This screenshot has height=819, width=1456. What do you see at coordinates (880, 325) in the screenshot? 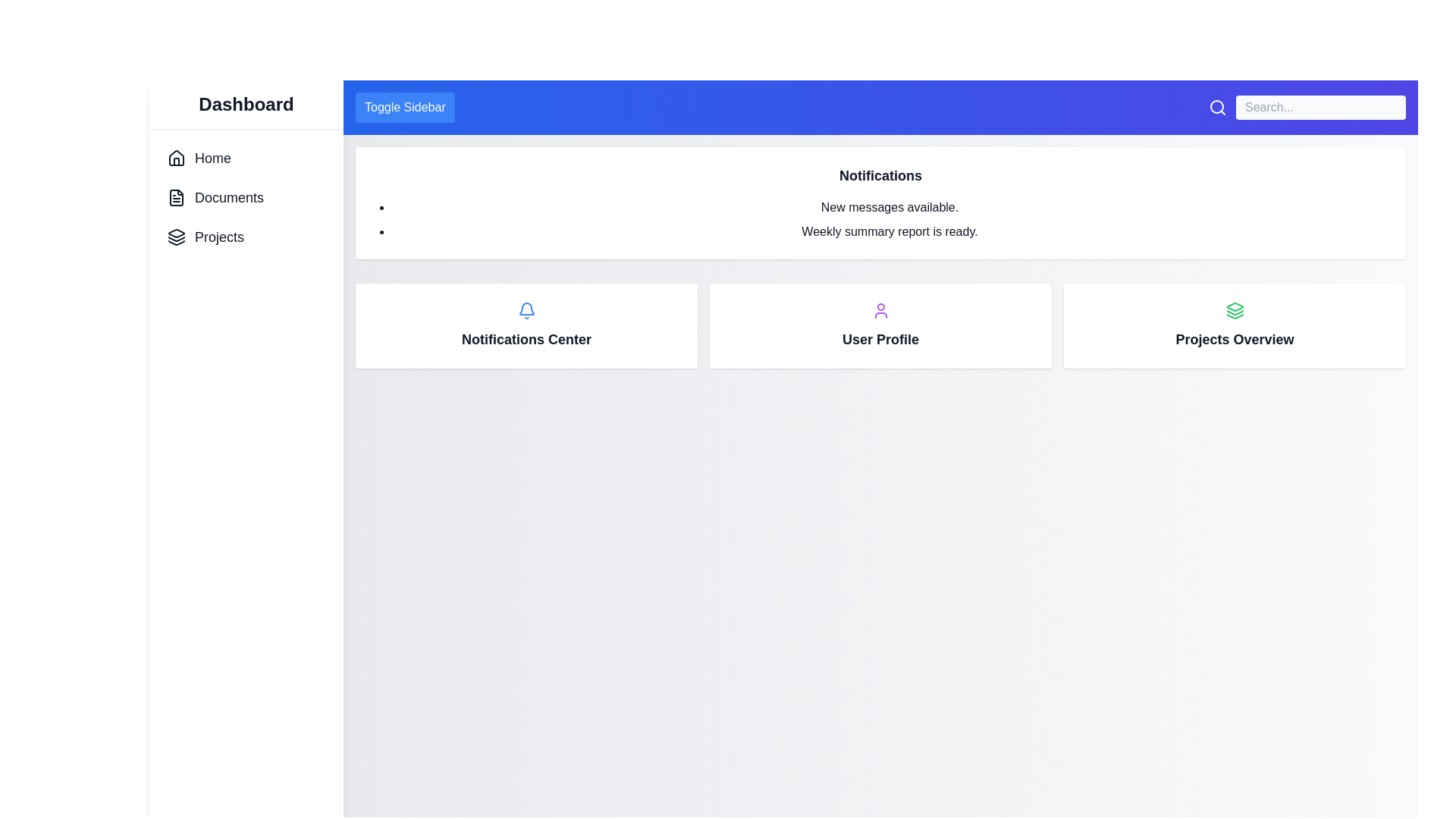
I see `the clickable card located horizontally centered in the middle column, beneath the 'Notifications' section` at bounding box center [880, 325].